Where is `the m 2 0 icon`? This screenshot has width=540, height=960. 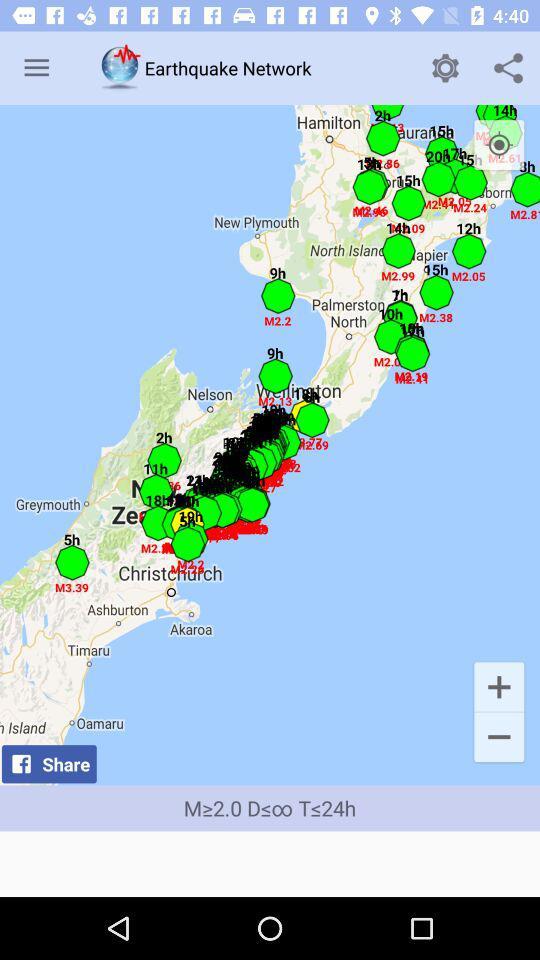 the m 2 0 icon is located at coordinates (270, 808).